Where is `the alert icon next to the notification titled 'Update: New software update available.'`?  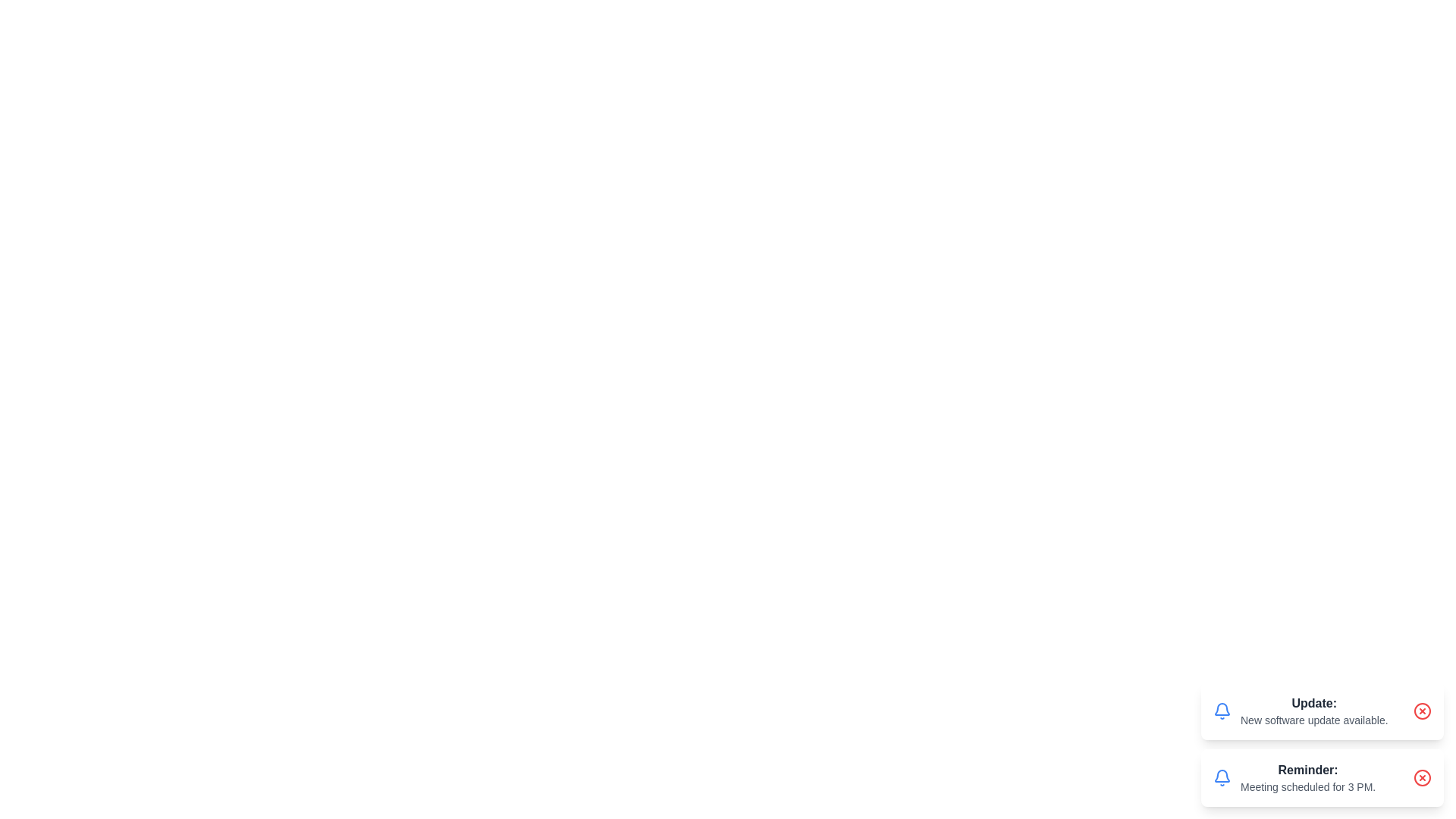
the alert icon next to the notification titled 'Update: New software update available.' is located at coordinates (1222, 711).